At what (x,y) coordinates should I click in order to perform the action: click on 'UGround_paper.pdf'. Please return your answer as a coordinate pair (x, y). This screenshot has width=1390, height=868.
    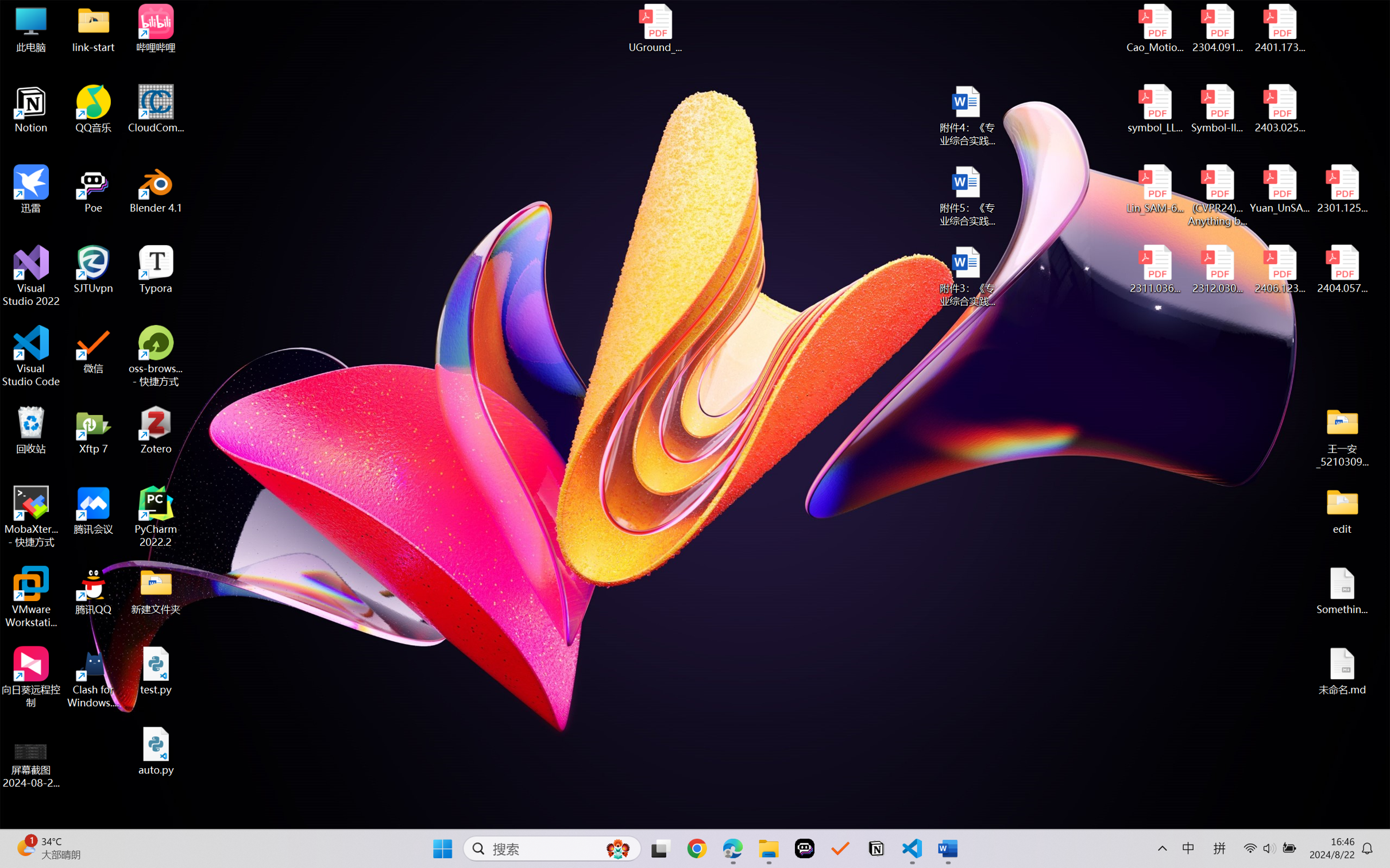
    Looking at the image, I should click on (655, 28).